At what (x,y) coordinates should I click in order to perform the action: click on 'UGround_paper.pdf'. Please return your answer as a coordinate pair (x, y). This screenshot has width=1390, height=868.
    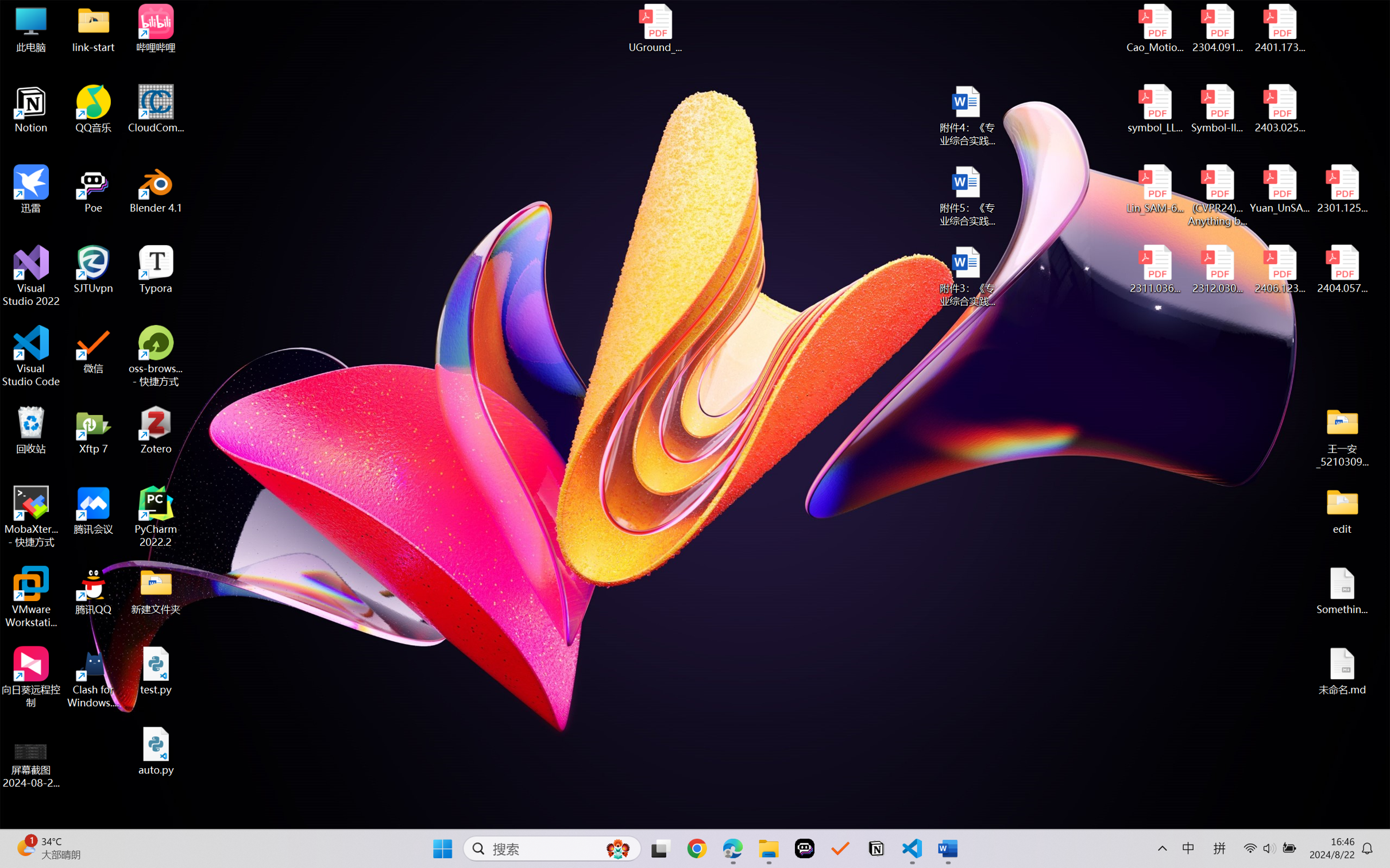
    Looking at the image, I should click on (655, 28).